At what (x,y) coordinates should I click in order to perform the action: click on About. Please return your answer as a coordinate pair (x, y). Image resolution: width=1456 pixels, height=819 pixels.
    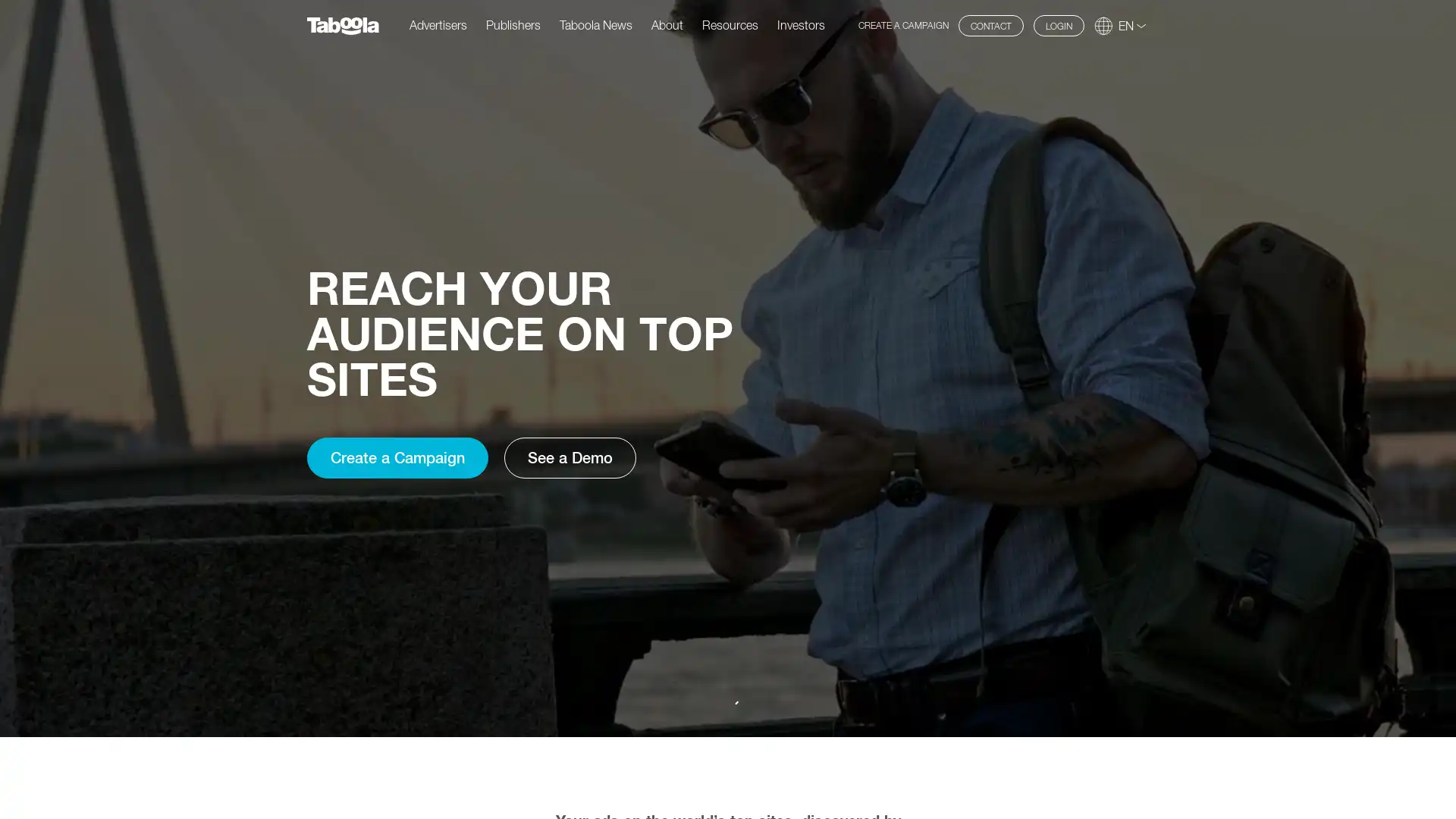
    Looking at the image, I should click on (667, 24).